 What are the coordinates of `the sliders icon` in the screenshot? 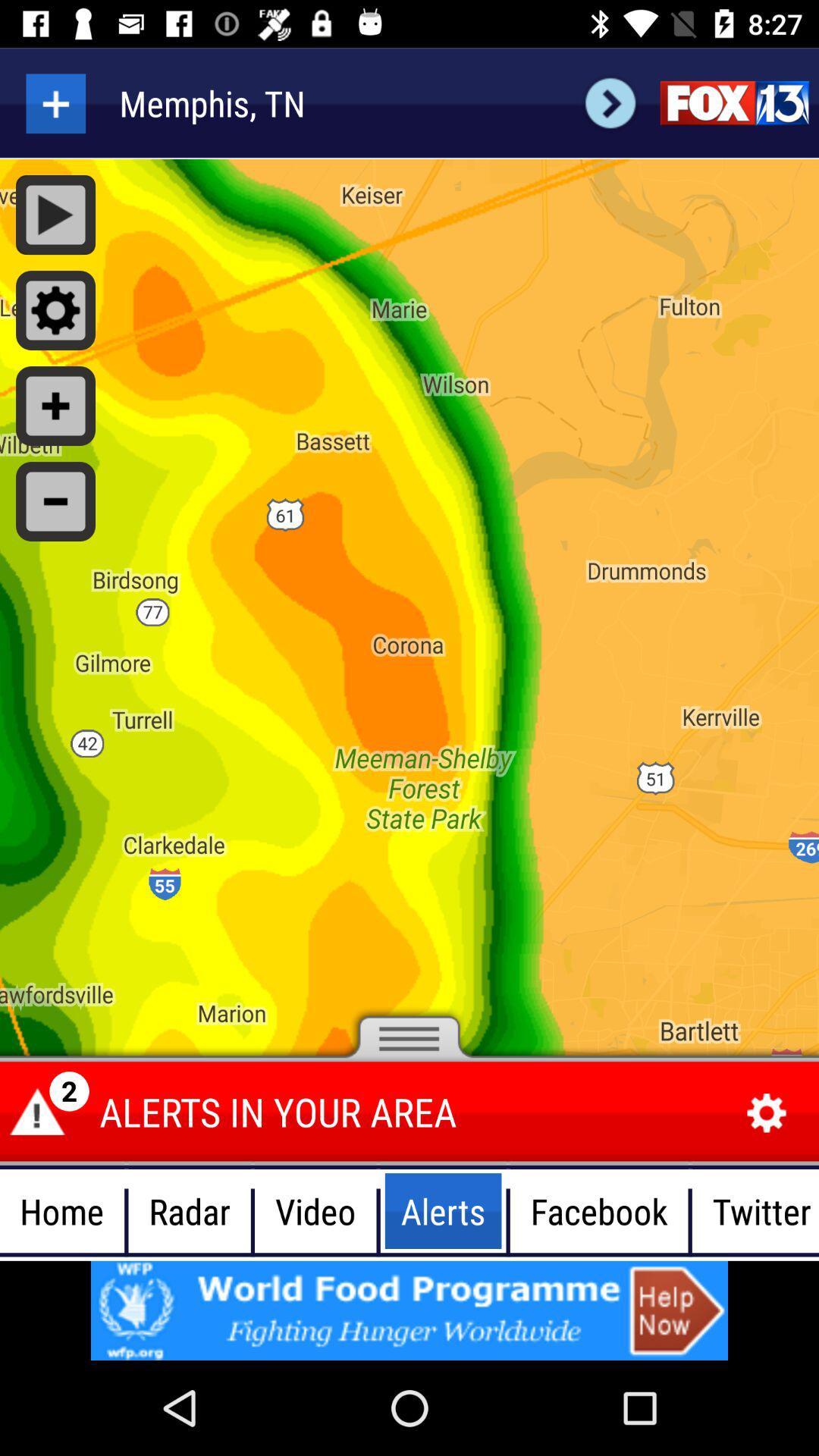 It's located at (733, 102).